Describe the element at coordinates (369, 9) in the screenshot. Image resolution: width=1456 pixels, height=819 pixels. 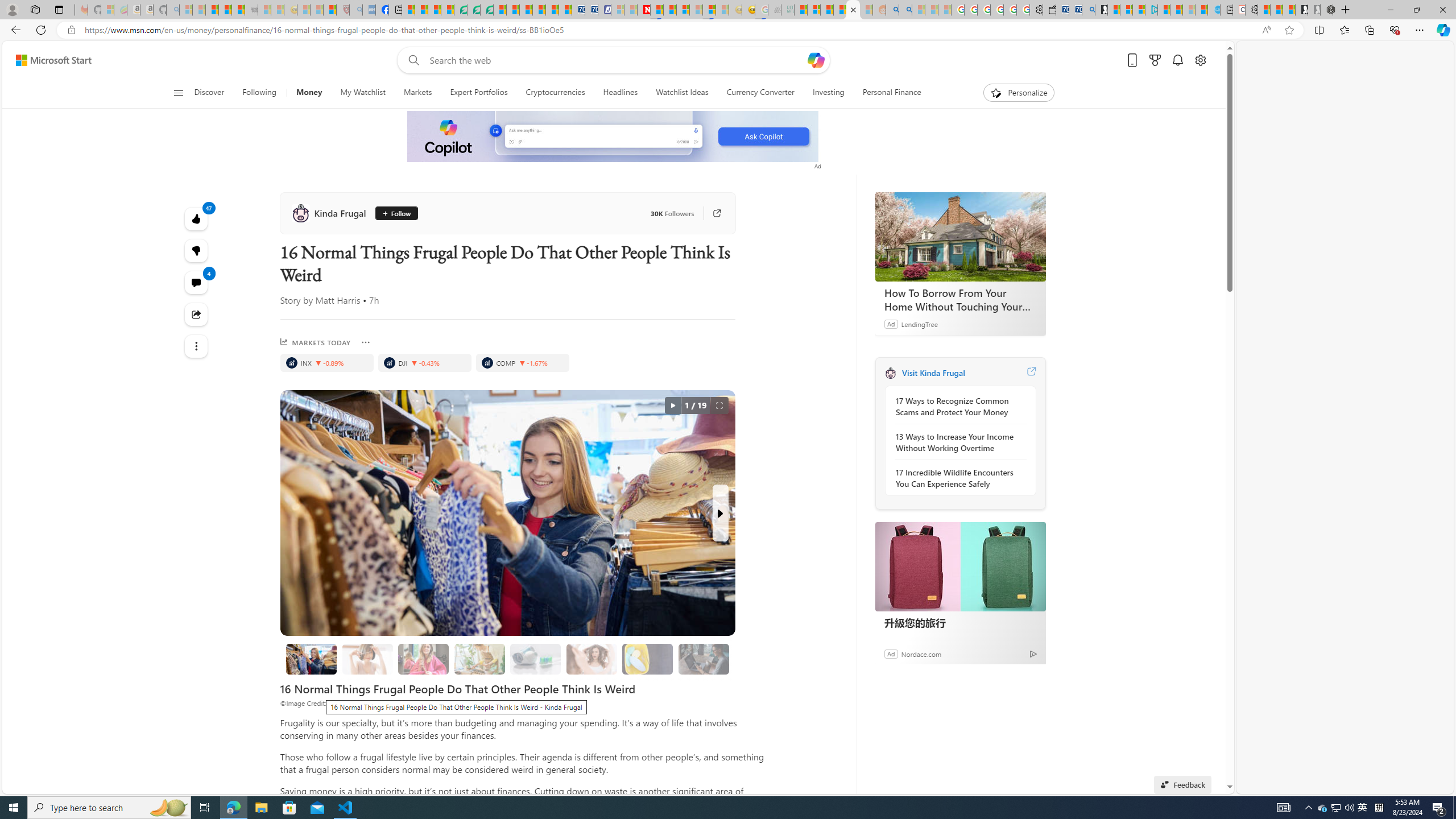
I see `'NCL Adult Asthma Inhaler Choice Guideline - Sleeping'` at that location.